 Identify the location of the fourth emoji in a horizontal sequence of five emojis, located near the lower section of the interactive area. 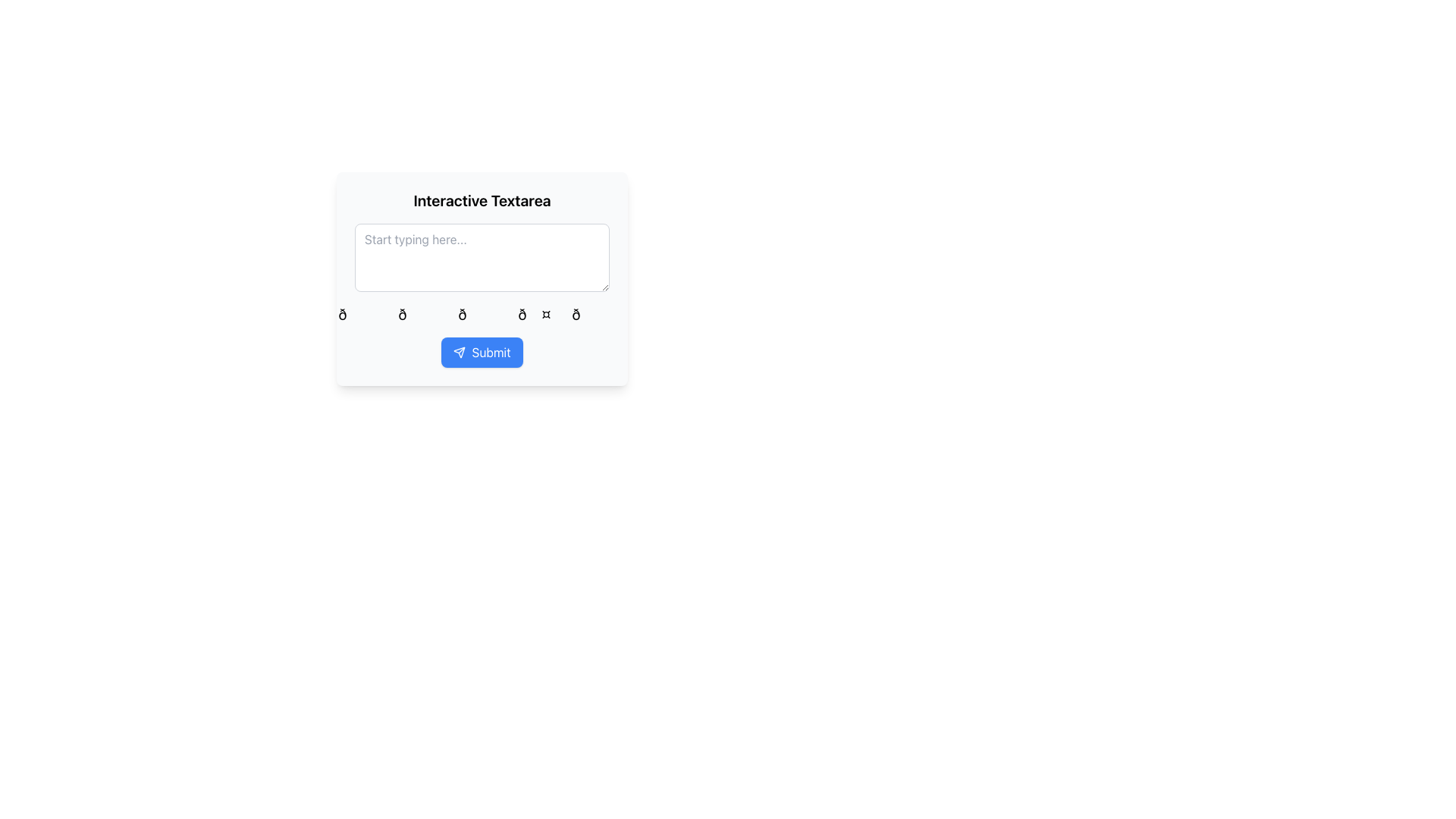
(542, 314).